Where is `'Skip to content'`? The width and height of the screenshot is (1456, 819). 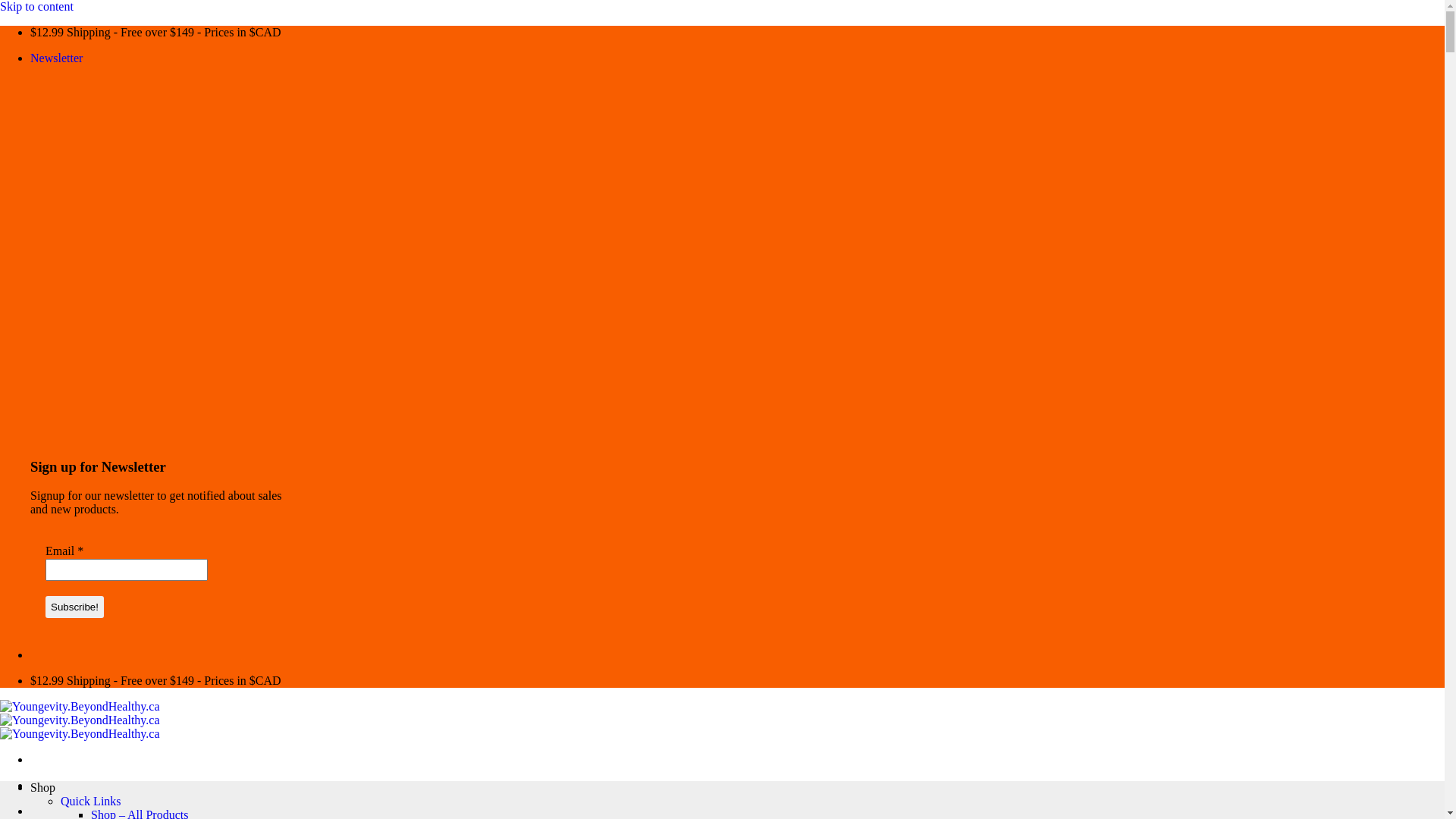 'Skip to content' is located at coordinates (36, 6).